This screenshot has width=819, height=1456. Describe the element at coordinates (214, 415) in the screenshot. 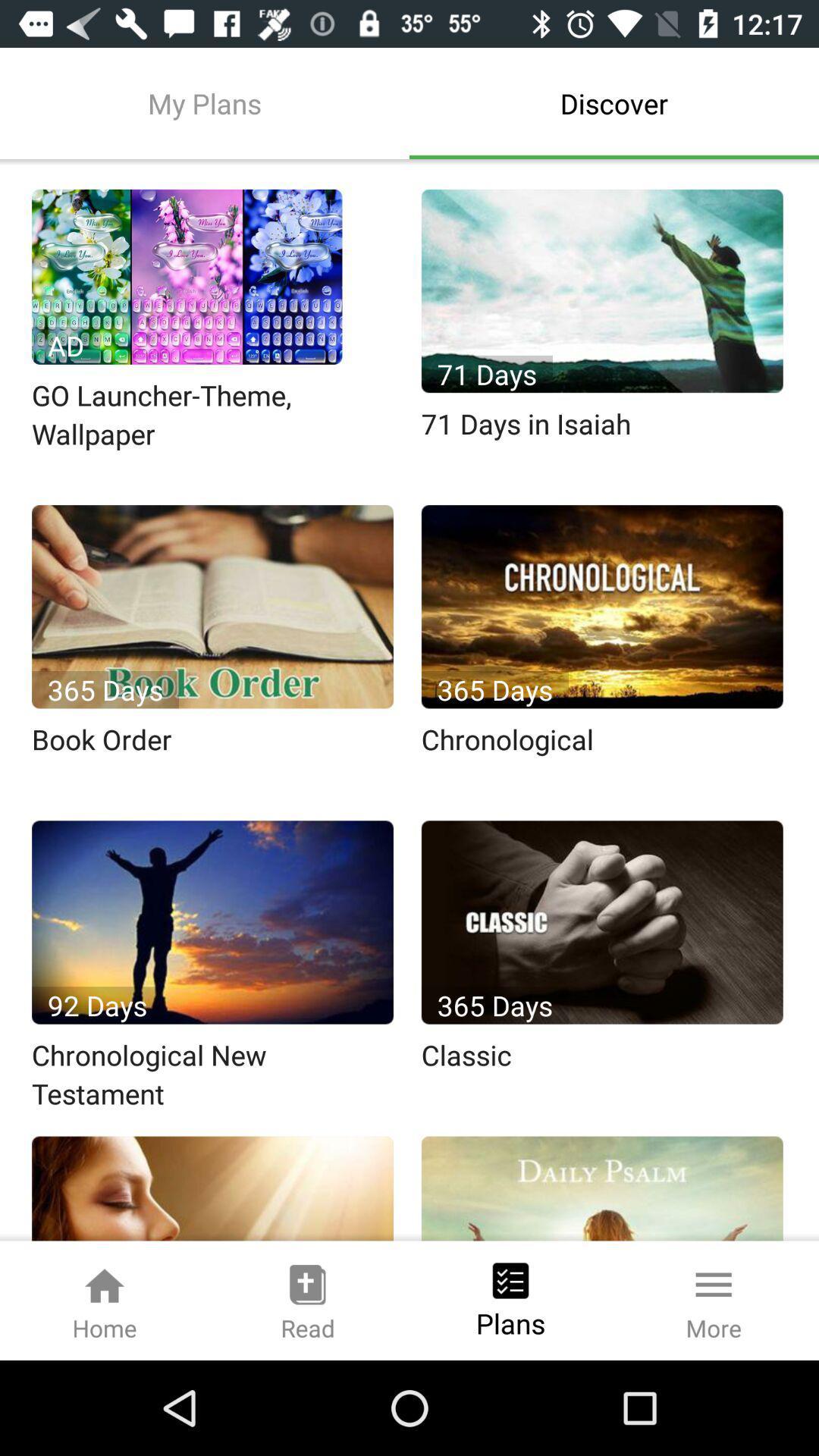

I see `the text below the first picture` at that location.